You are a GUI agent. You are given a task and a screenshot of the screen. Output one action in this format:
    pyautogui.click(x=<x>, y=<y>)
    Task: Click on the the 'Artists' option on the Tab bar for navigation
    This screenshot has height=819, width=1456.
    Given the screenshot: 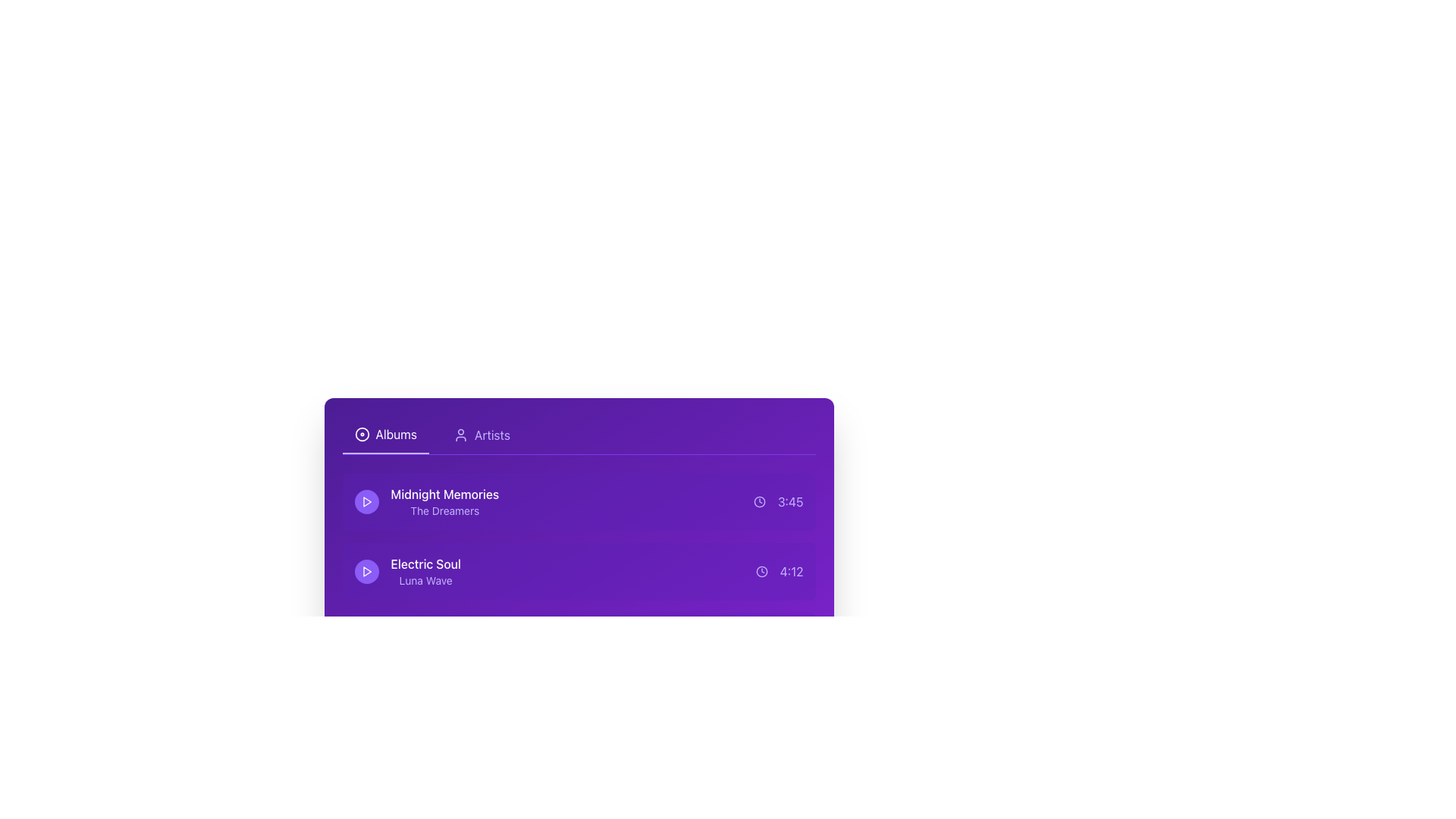 What is the action you would take?
    pyautogui.click(x=578, y=435)
    